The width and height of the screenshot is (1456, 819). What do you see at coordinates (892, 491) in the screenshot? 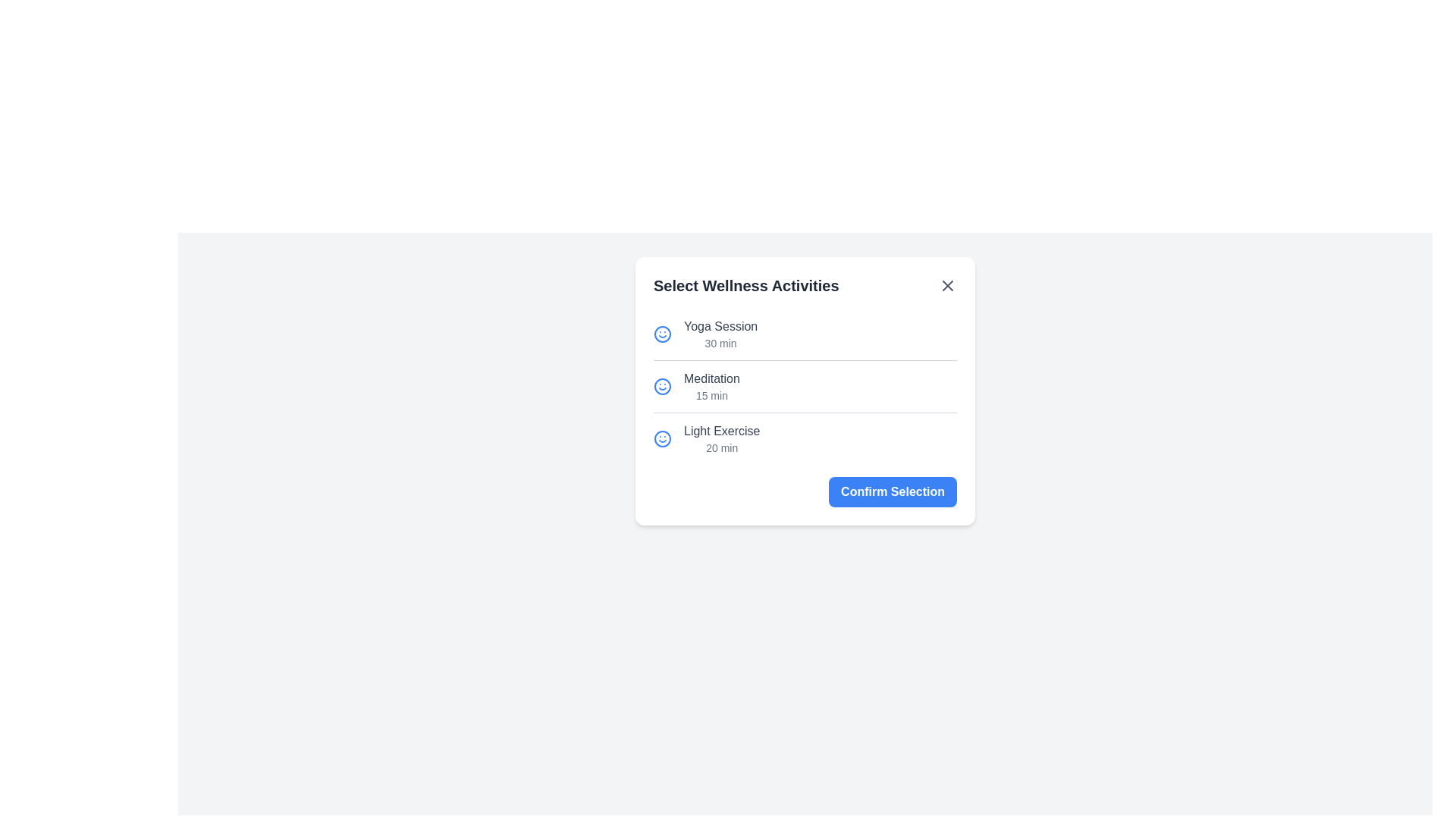
I see `'Confirm Selection' button to submit the selected activities` at bounding box center [892, 491].